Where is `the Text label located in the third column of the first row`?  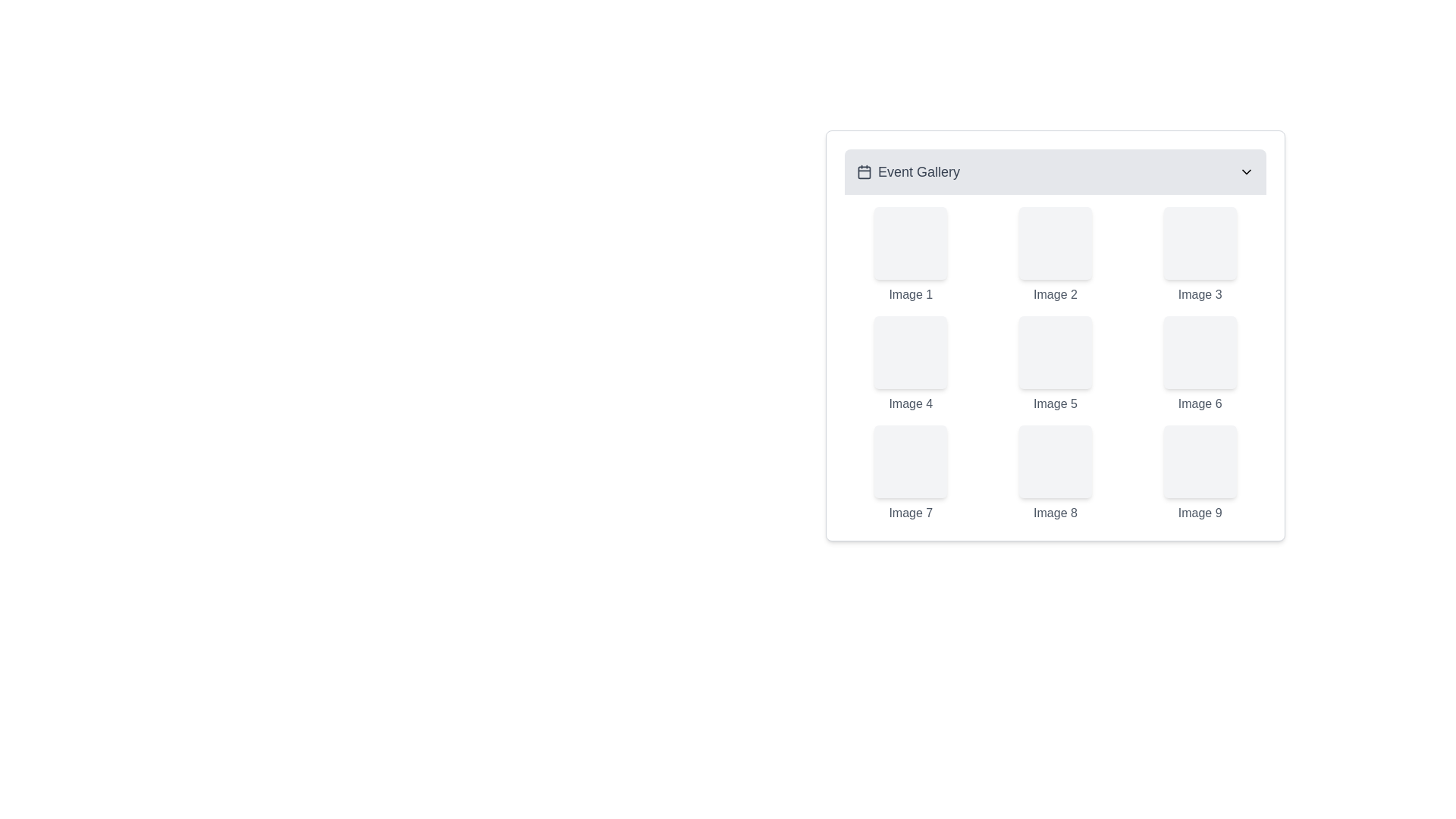
the Text label located in the third column of the first row is located at coordinates (1199, 295).